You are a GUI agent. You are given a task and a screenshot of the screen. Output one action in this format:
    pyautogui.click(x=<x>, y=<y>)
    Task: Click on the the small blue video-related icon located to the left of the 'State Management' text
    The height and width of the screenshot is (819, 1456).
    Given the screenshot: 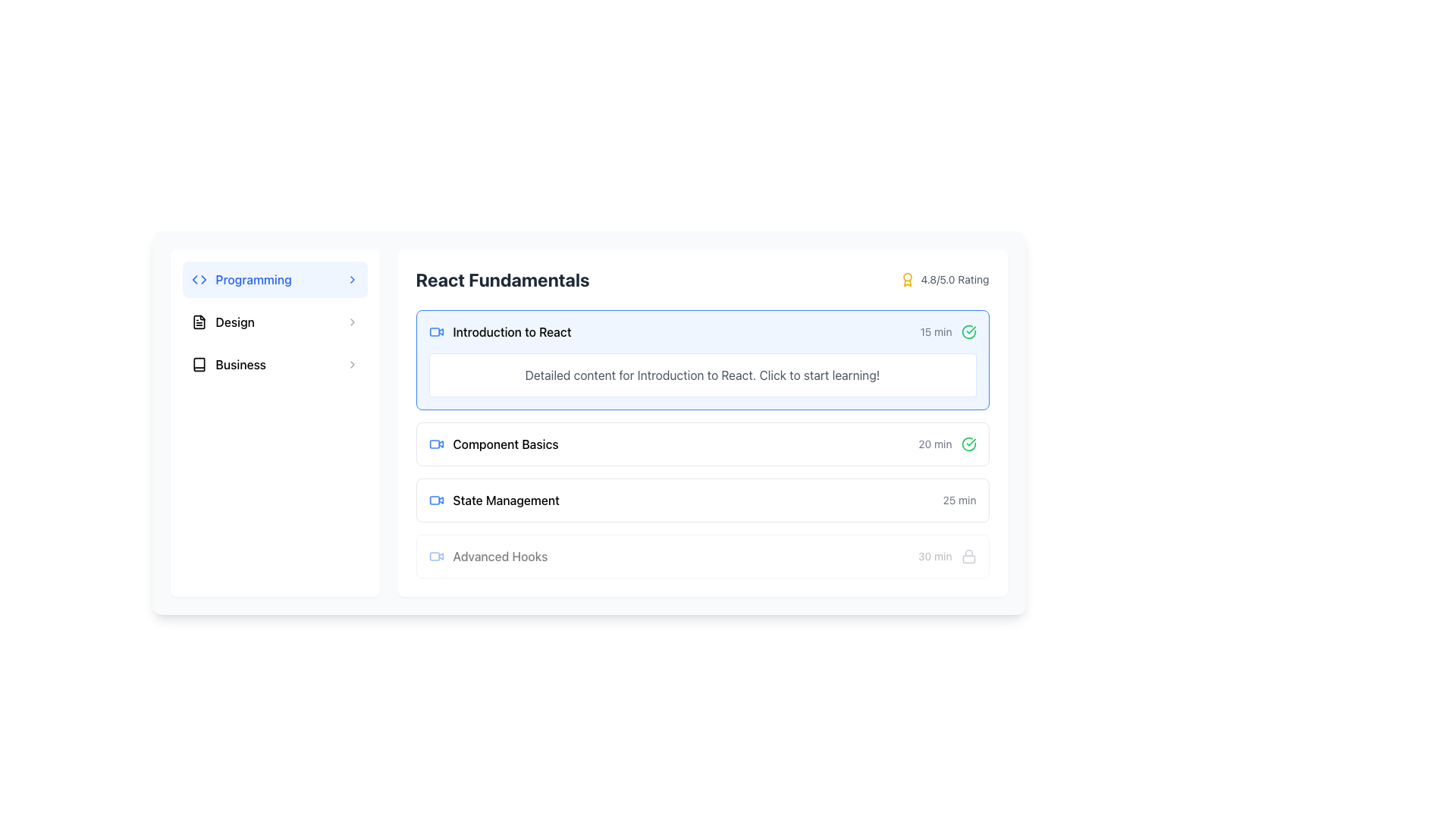 What is the action you would take?
    pyautogui.click(x=435, y=500)
    